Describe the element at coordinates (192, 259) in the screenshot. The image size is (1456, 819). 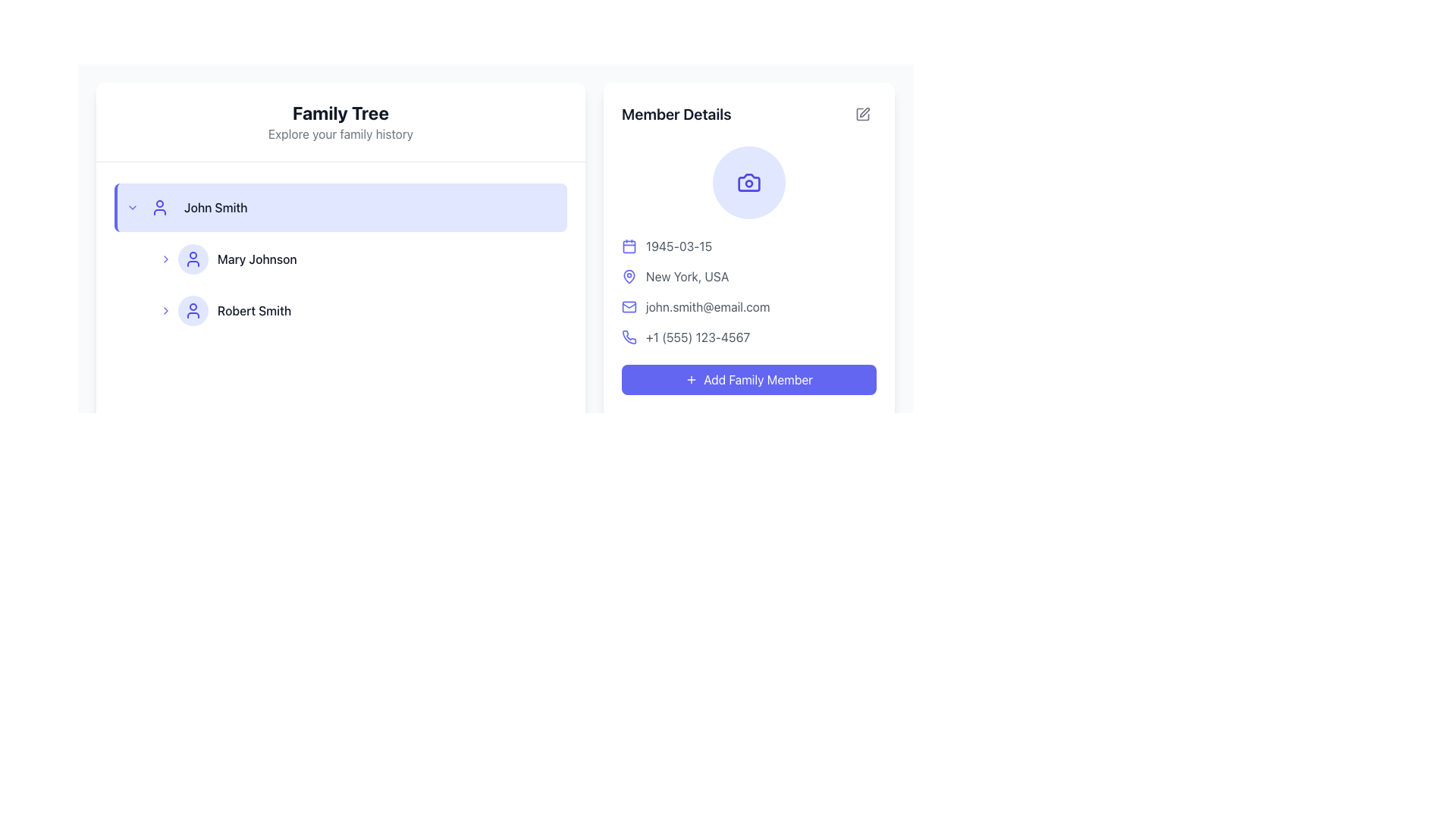
I see `the icon representing the user 'Mary Johnson' in the 'Family Tree' section, located to the left of the text 'Mary Johnson'` at that location.